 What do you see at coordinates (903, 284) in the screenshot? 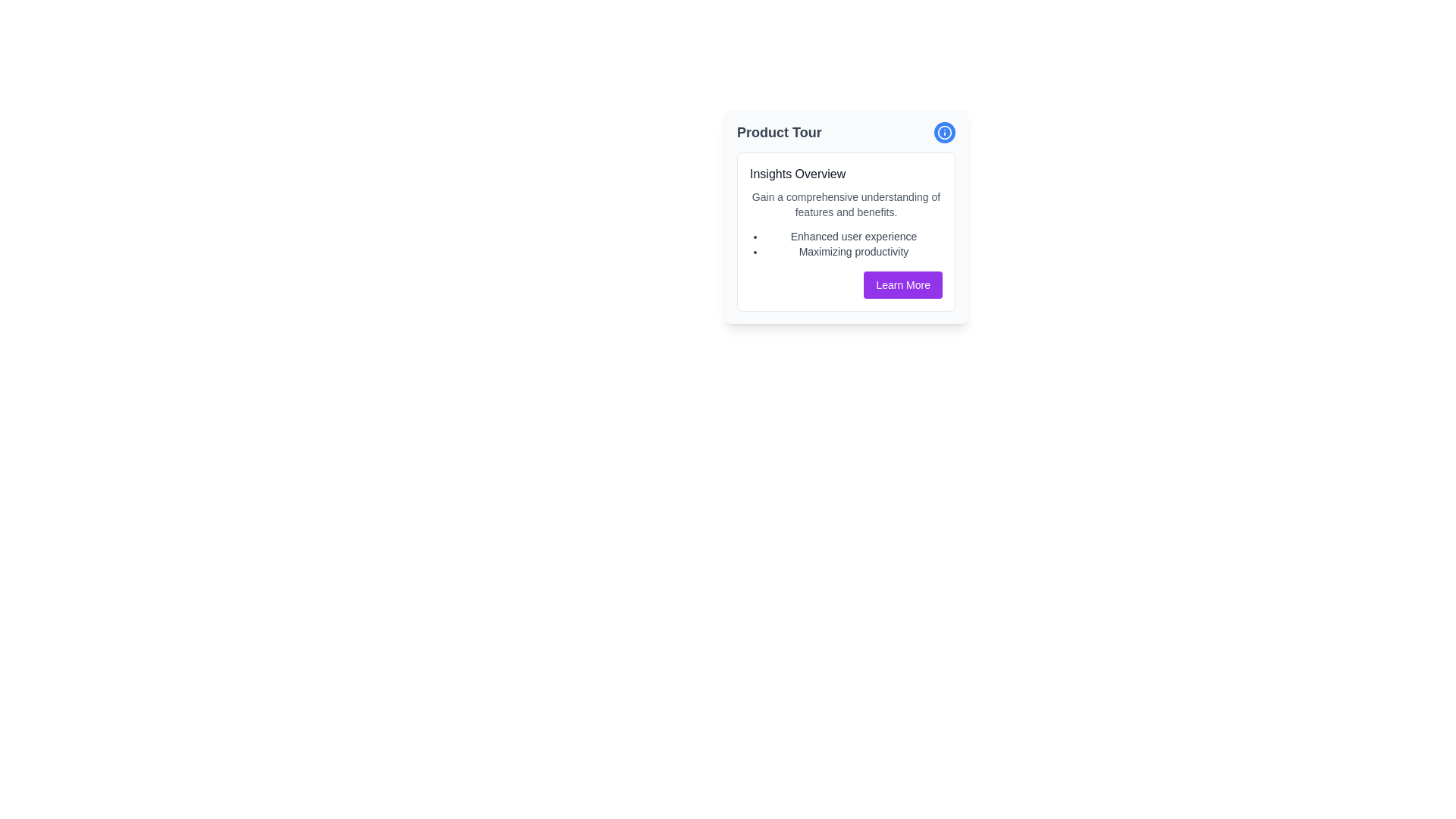
I see `the button located below the 'Insights Overview' text, which directs users` at bounding box center [903, 284].